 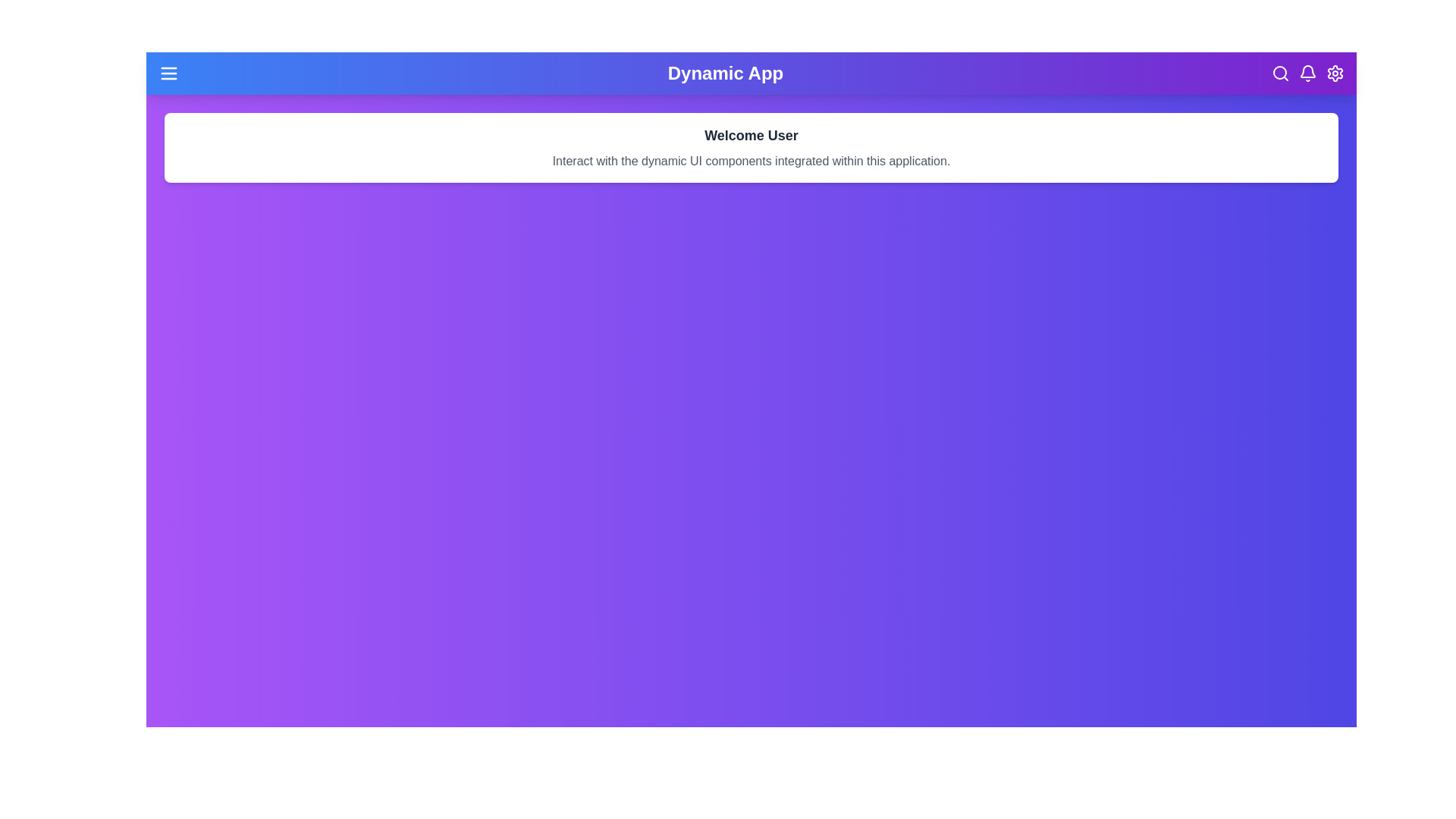 I want to click on the menu button to toggle the navigation options, so click(x=168, y=73).